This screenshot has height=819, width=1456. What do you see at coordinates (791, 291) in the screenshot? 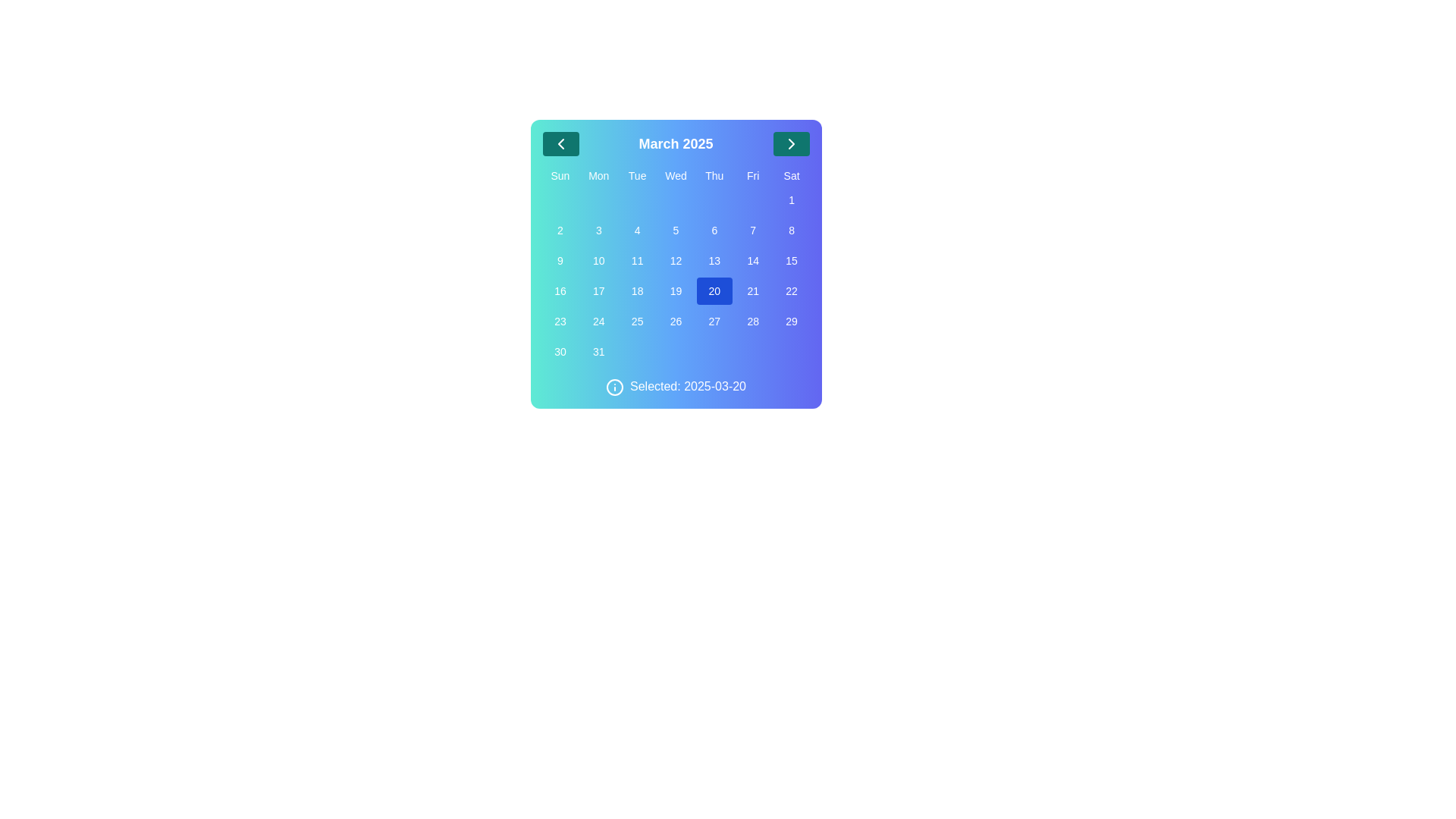
I see `the circular button displaying the number '22' in white, located` at bounding box center [791, 291].